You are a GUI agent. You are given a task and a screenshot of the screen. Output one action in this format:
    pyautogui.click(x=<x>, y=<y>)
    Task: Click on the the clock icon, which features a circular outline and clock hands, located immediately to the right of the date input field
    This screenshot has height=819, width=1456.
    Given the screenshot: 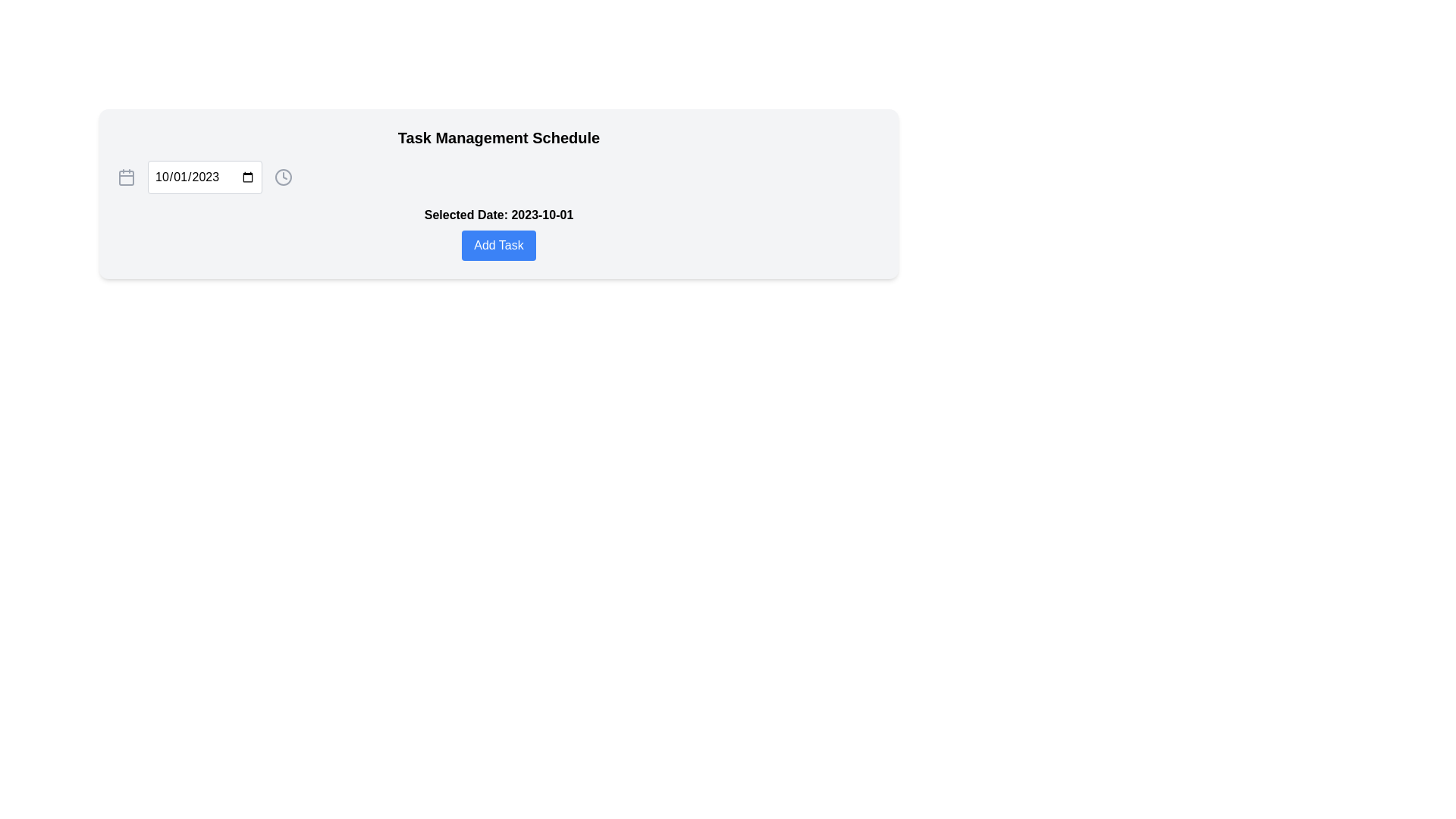 What is the action you would take?
    pyautogui.click(x=284, y=177)
    